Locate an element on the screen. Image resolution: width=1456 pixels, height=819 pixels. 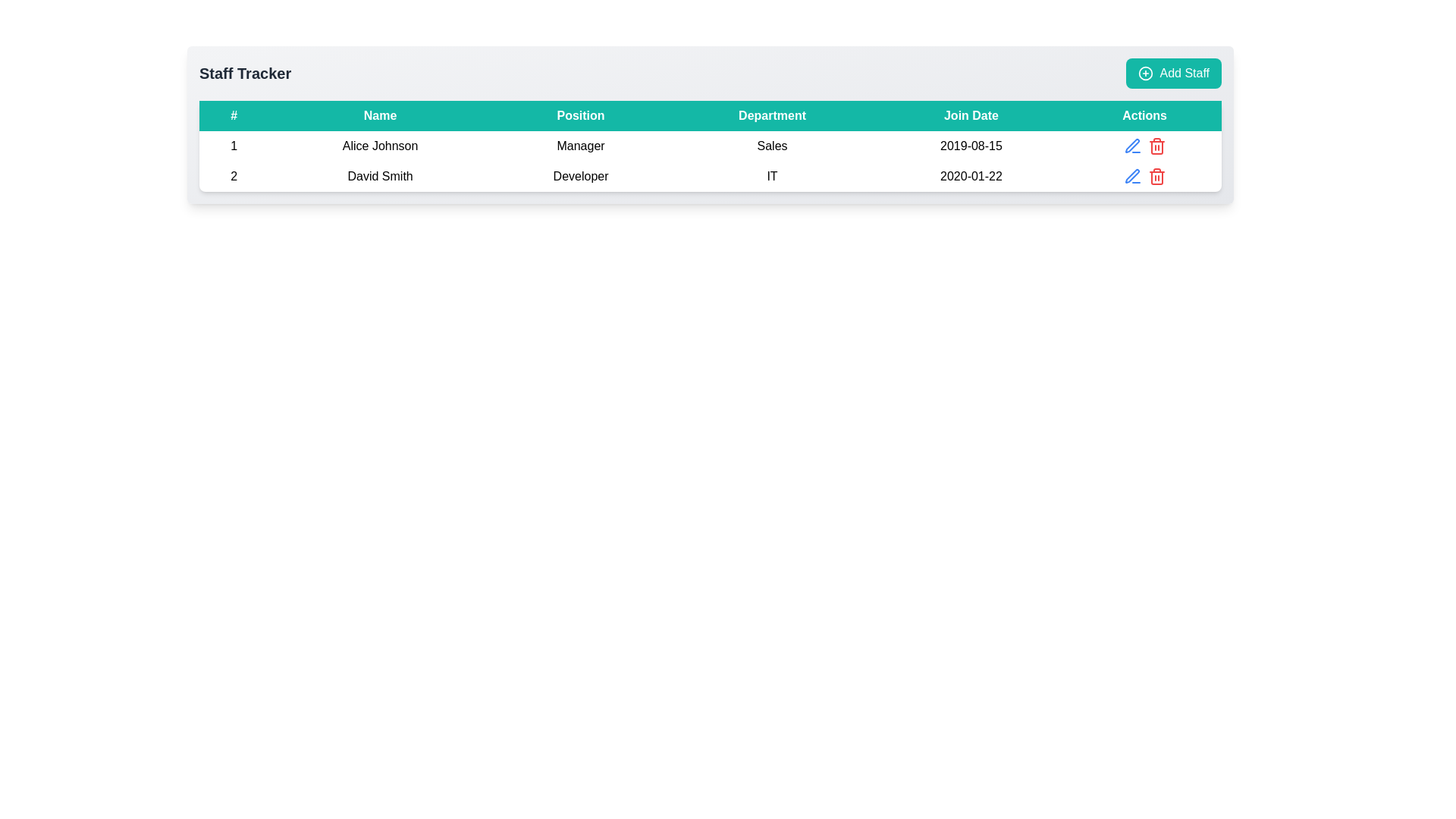
the 'Position' table header, which is the third column header with a turquoise background and white text, positioned between 'Name' and 'Department' is located at coordinates (580, 115).